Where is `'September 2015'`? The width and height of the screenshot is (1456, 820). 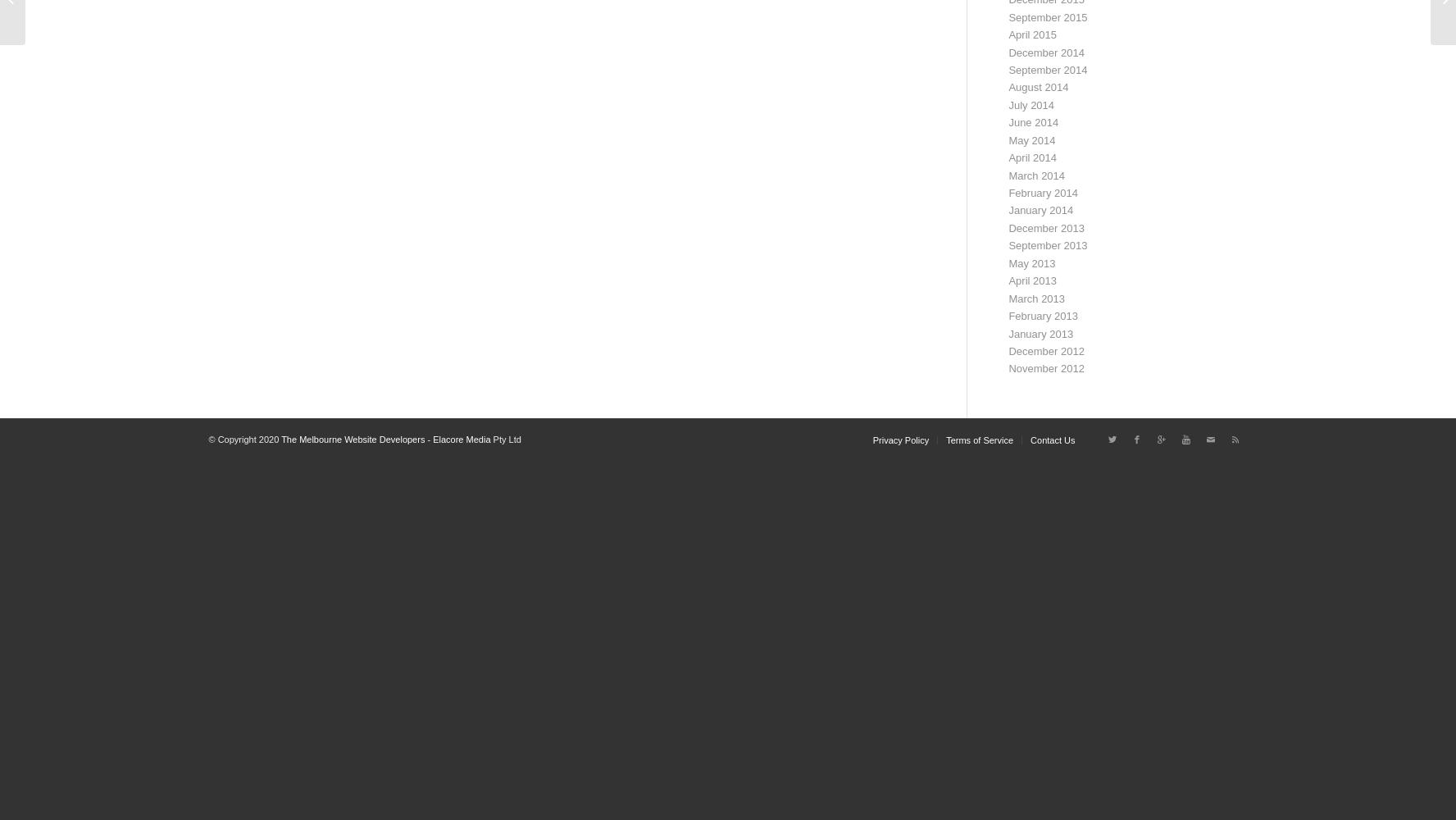 'September 2015' is located at coordinates (1048, 16).